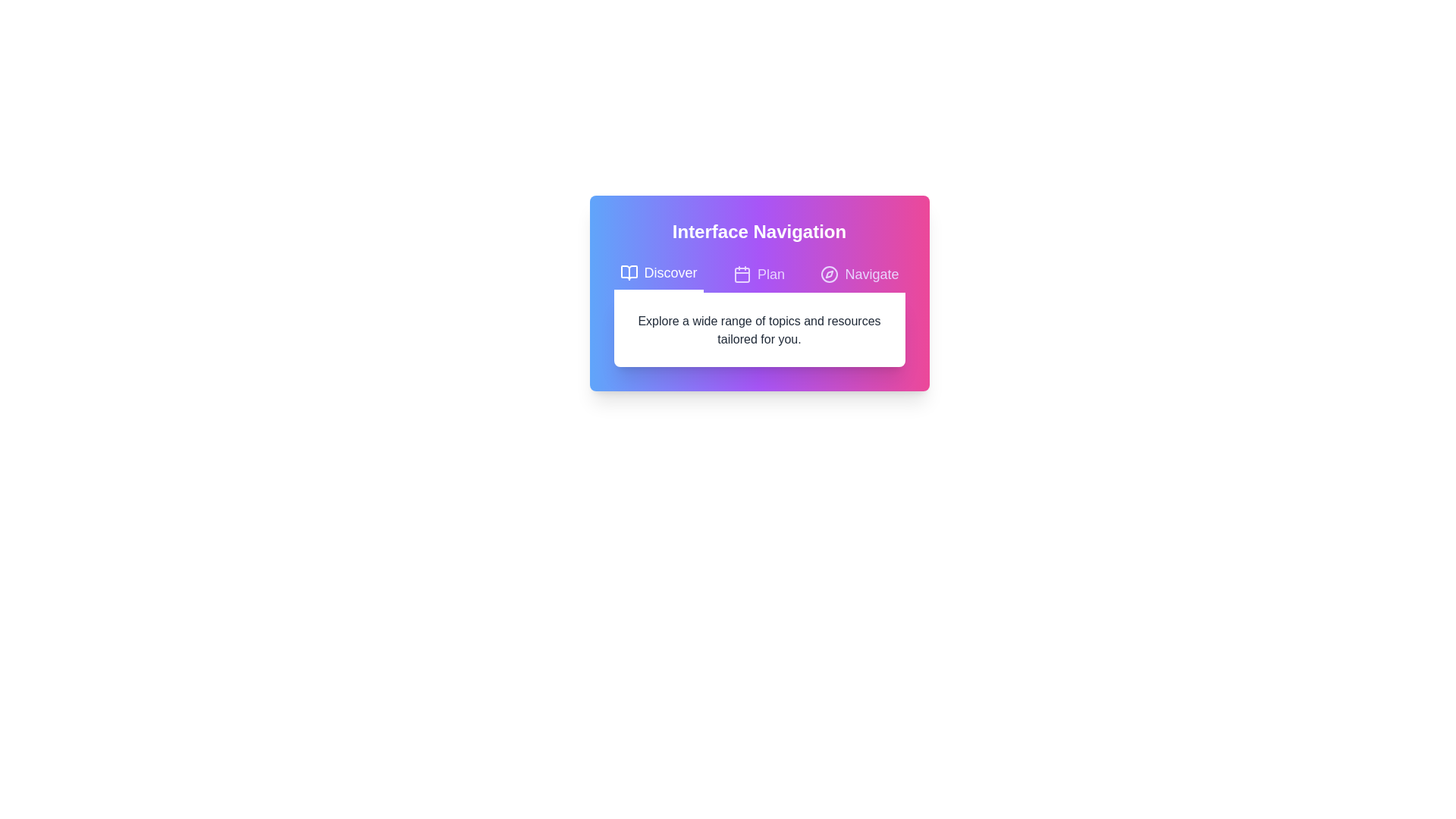 The image size is (1456, 819). I want to click on the text label within the first tab of the horizontal navigation bar, so click(670, 271).